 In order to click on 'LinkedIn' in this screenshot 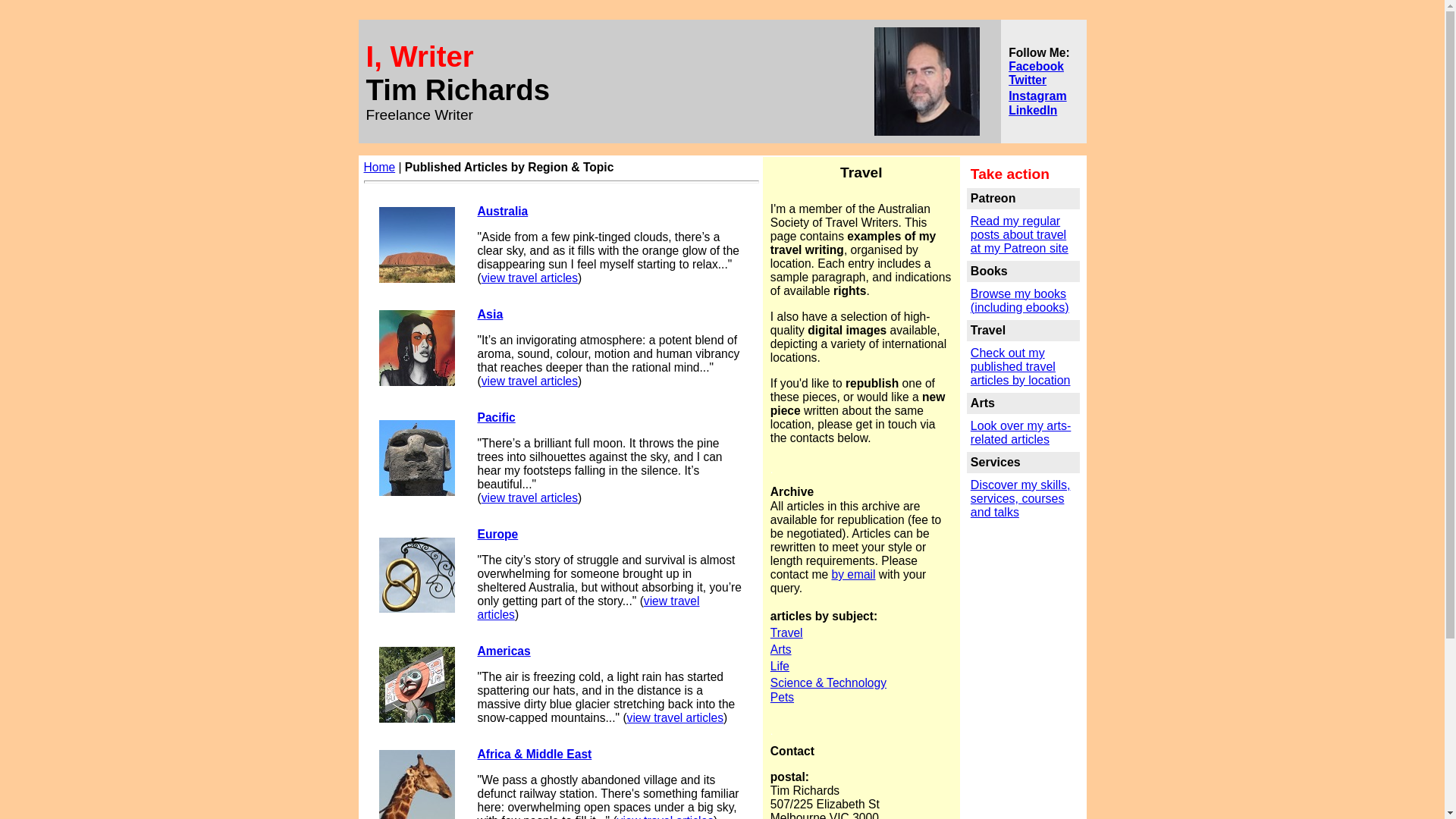, I will do `click(1032, 108)`.